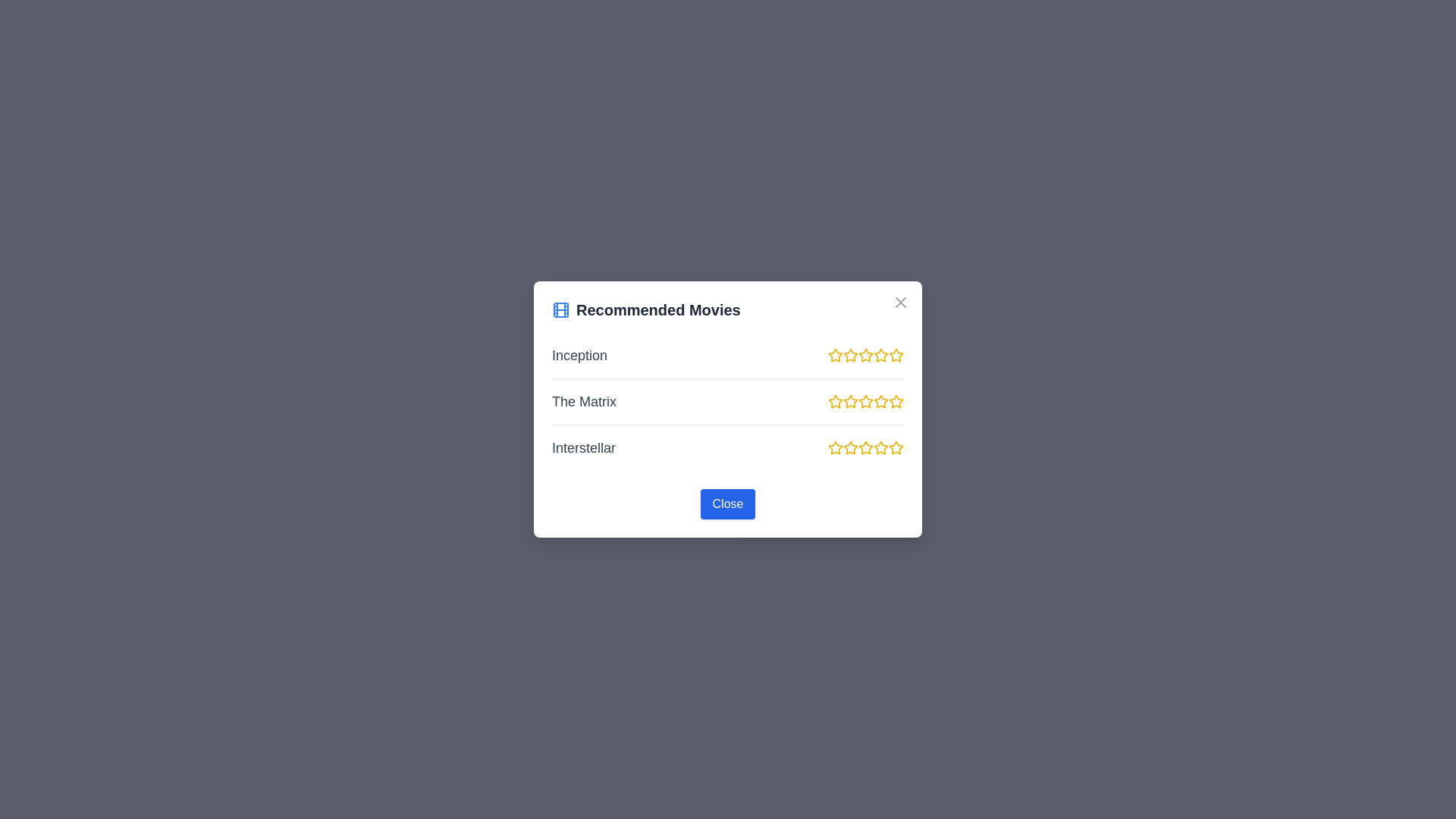 This screenshot has width=1456, height=819. I want to click on the close button in the top-right corner of the dialog, so click(901, 302).